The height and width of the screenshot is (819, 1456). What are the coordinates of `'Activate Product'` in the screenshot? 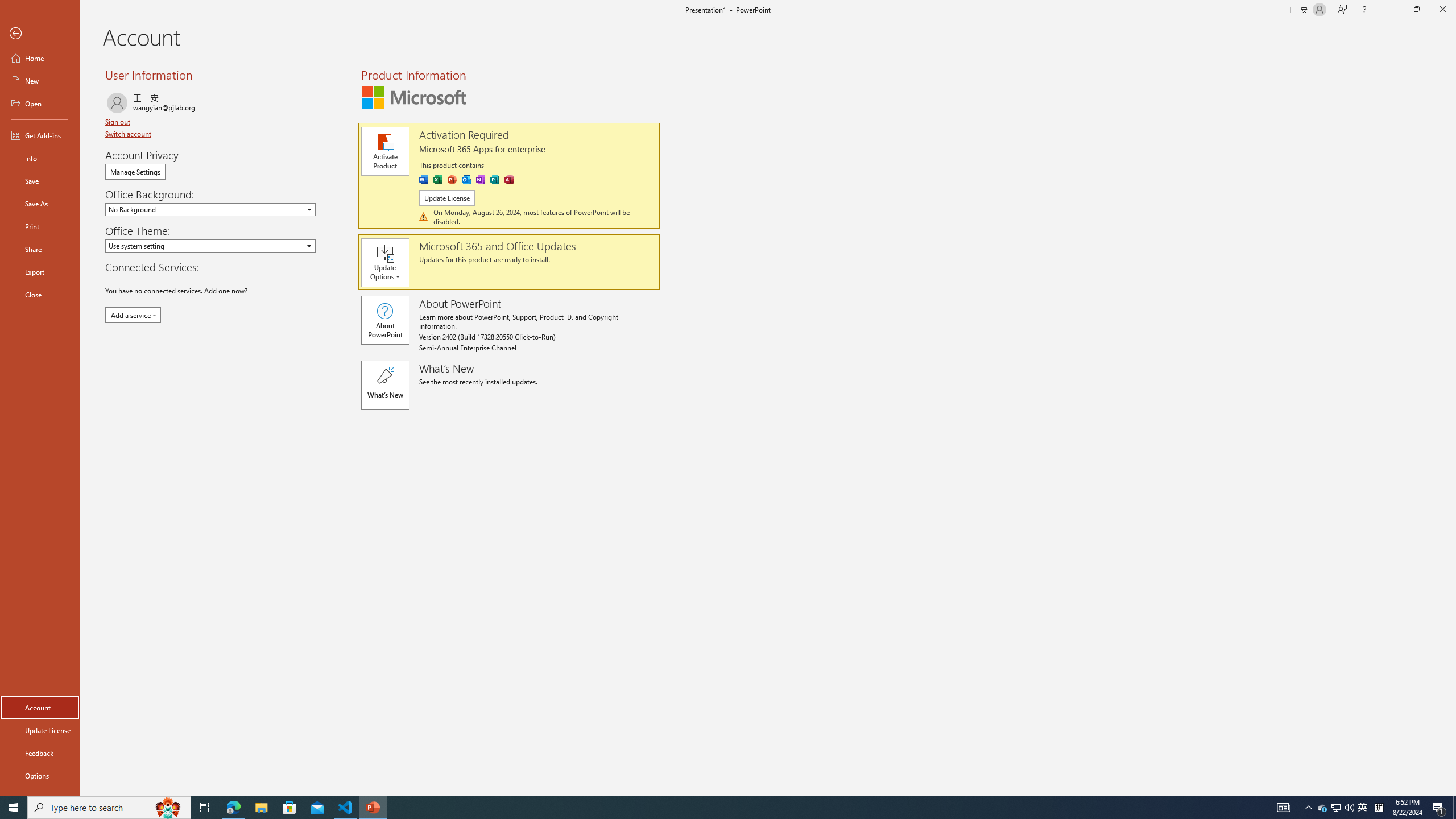 It's located at (384, 151).